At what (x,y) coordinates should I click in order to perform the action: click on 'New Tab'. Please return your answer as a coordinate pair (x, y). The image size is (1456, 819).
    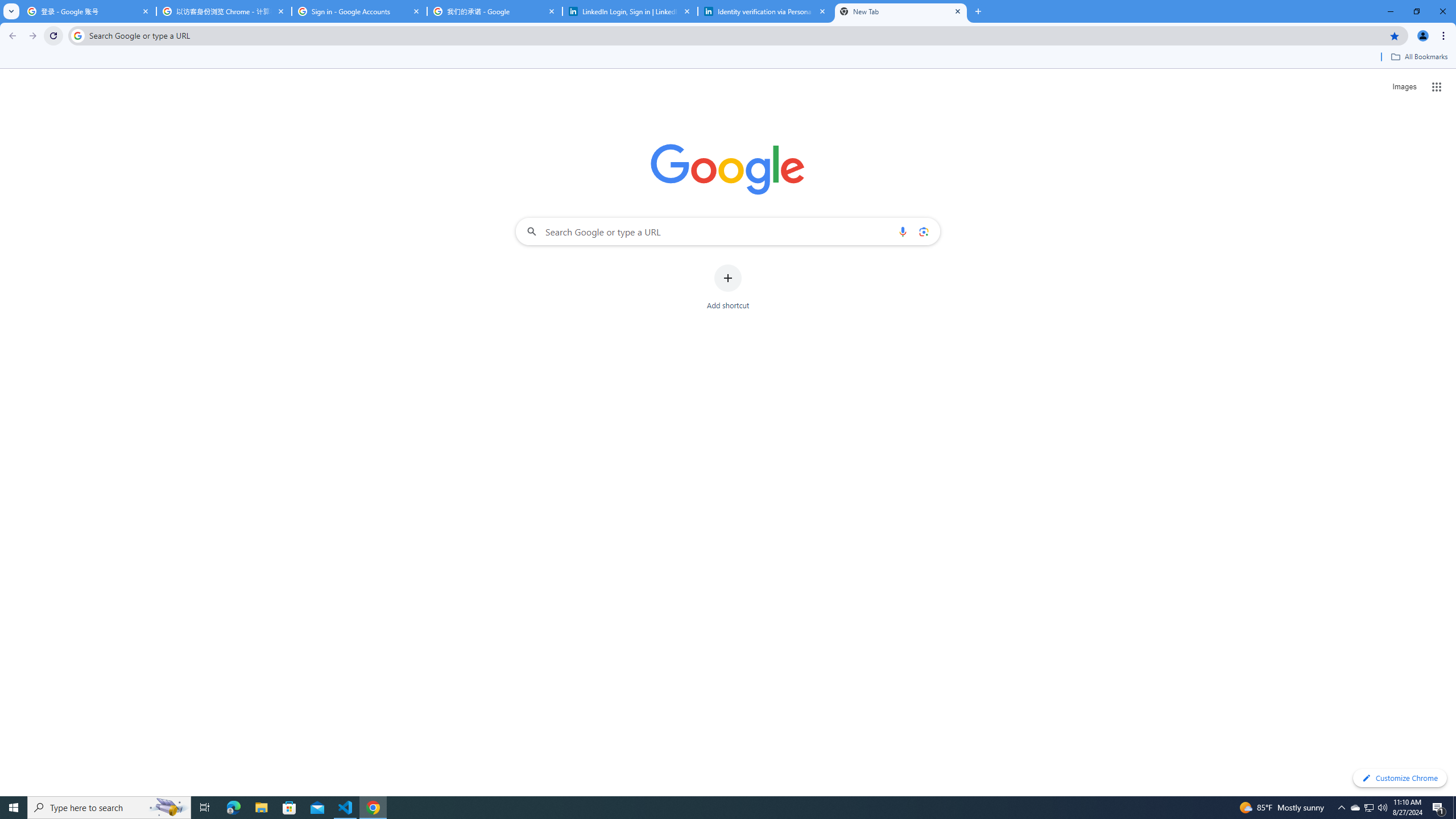
    Looking at the image, I should click on (900, 11).